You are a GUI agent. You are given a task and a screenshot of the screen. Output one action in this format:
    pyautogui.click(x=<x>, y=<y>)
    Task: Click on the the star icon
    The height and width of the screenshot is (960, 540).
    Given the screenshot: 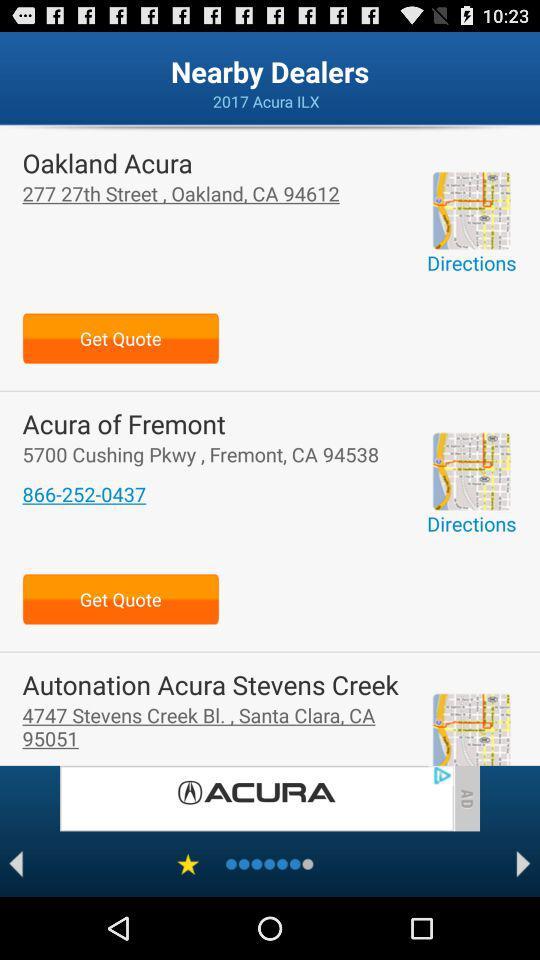 What is the action you would take?
    pyautogui.click(x=188, y=924)
    